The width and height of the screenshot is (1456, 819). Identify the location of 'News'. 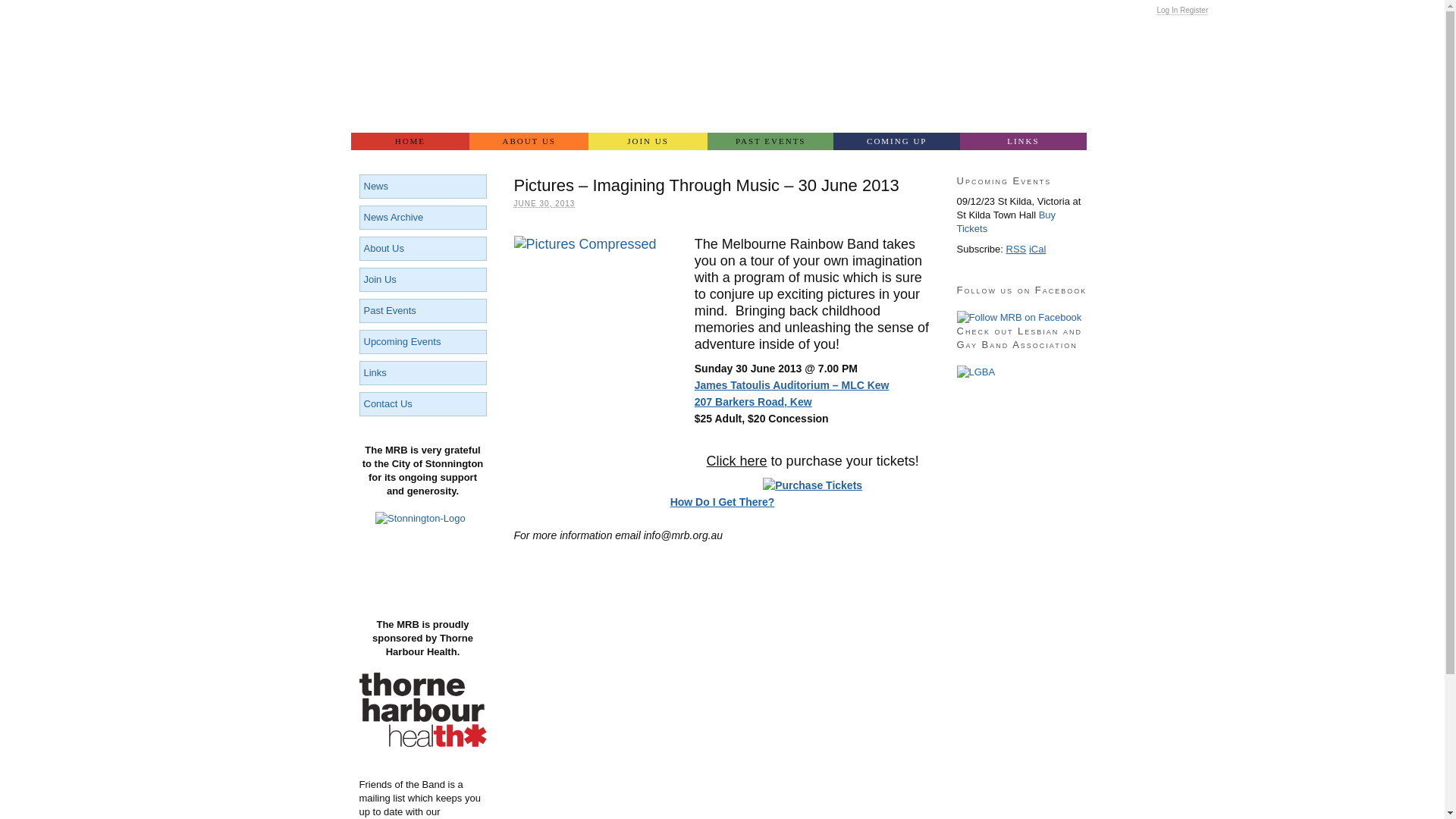
(364, 185).